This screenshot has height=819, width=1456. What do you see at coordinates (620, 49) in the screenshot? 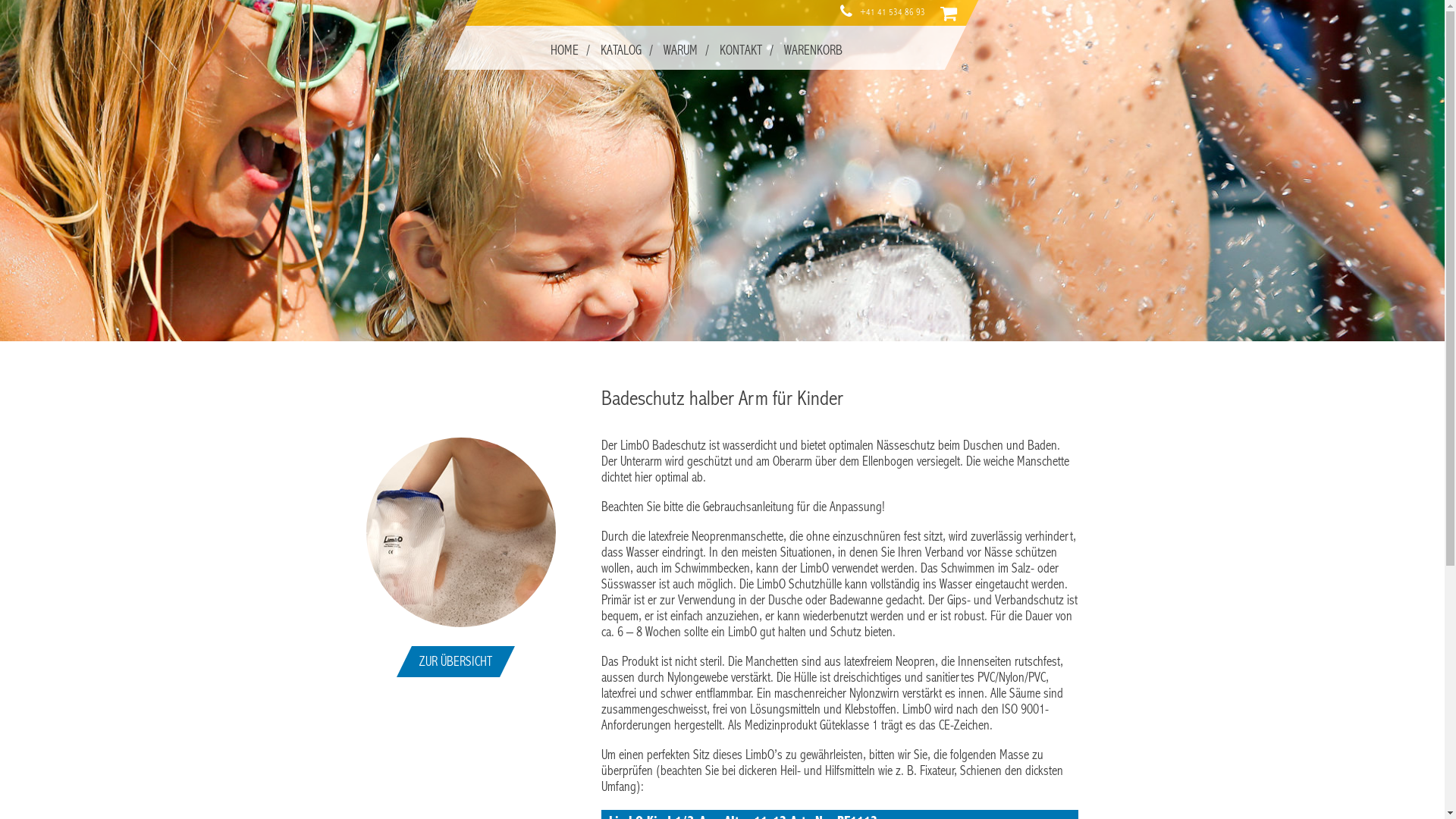
I see `'KATALOG'` at bounding box center [620, 49].